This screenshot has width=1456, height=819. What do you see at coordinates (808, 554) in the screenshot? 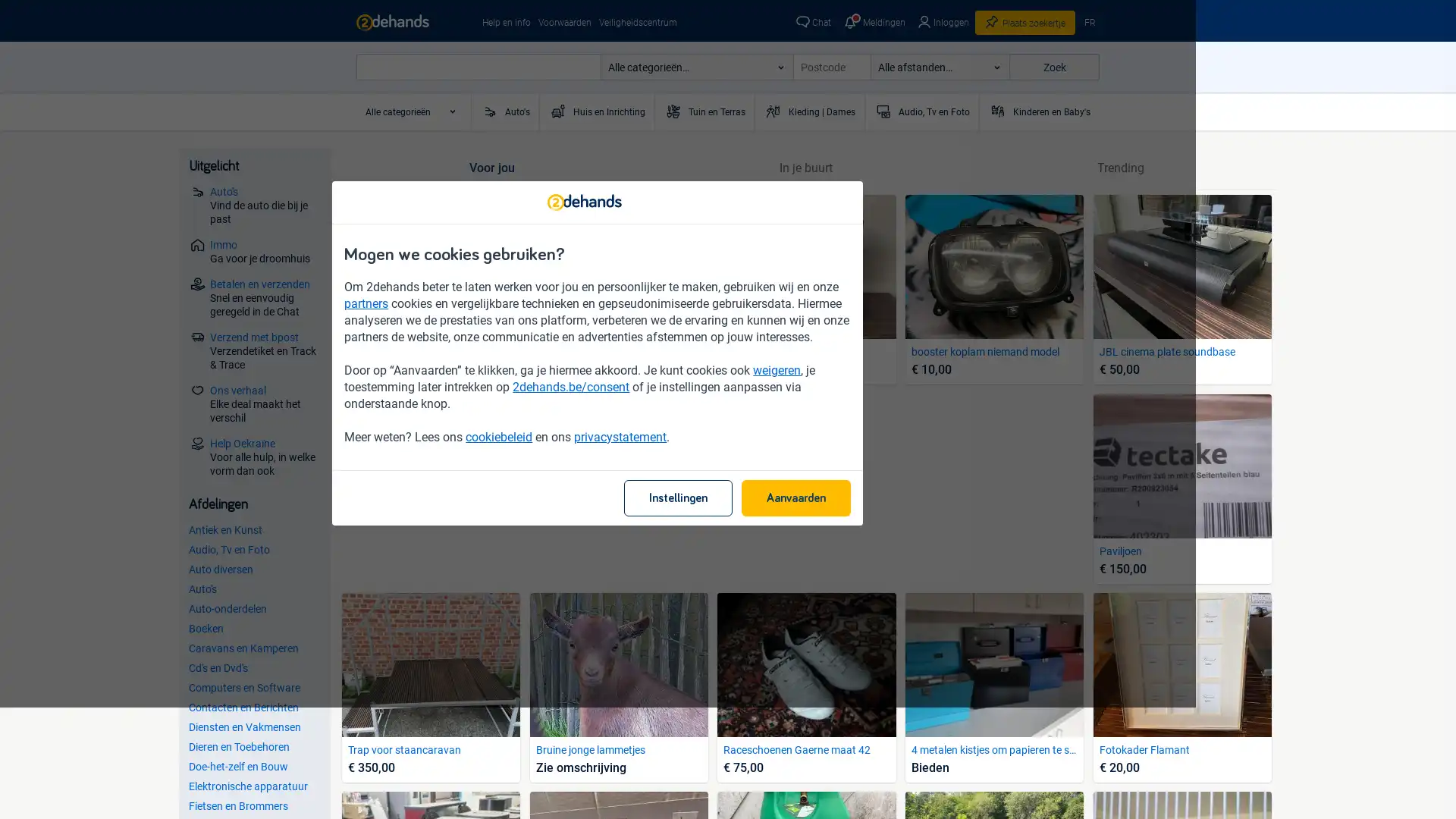
I see `Instellingen` at bounding box center [808, 554].